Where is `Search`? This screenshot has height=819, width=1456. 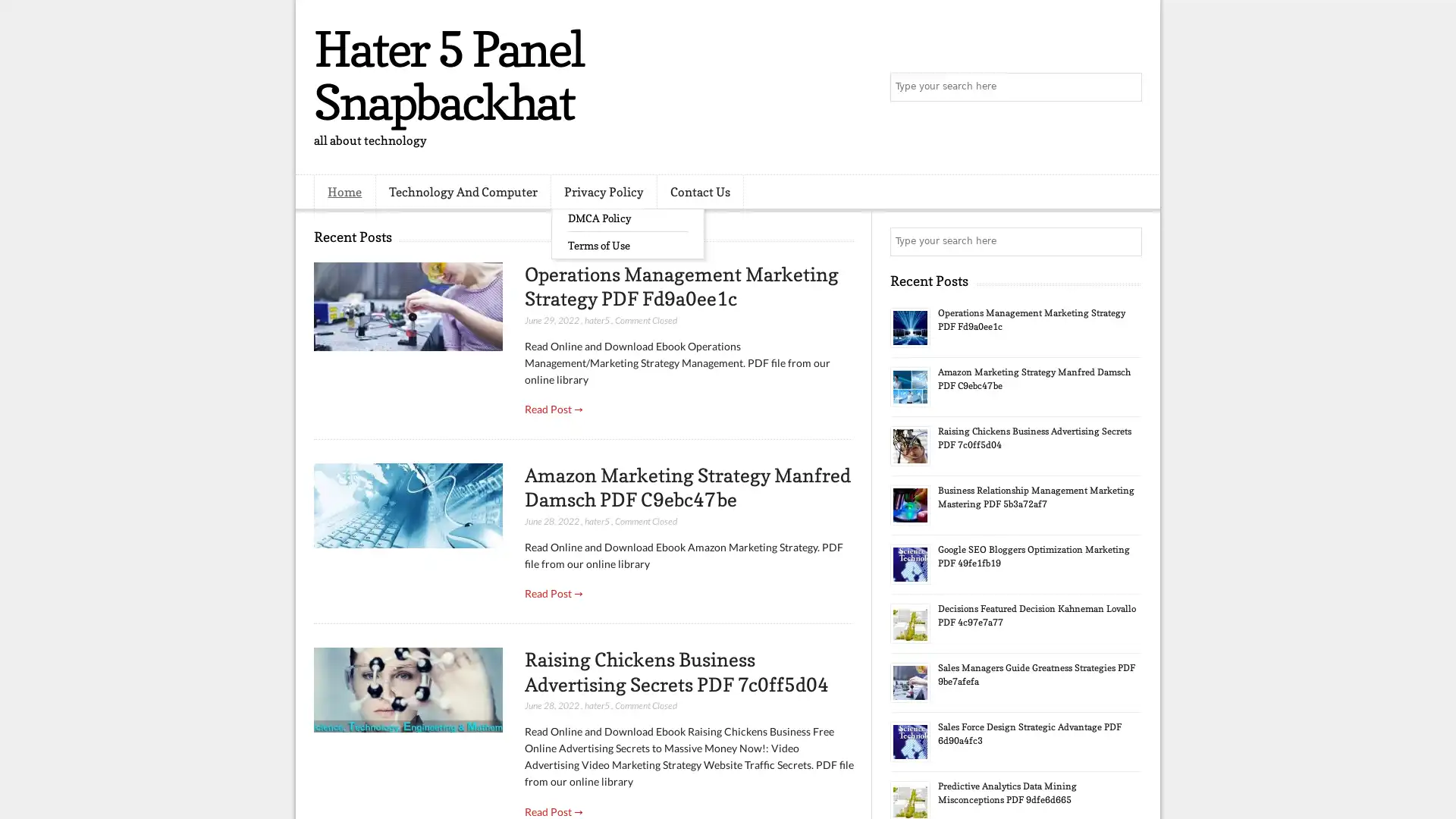 Search is located at coordinates (1126, 241).